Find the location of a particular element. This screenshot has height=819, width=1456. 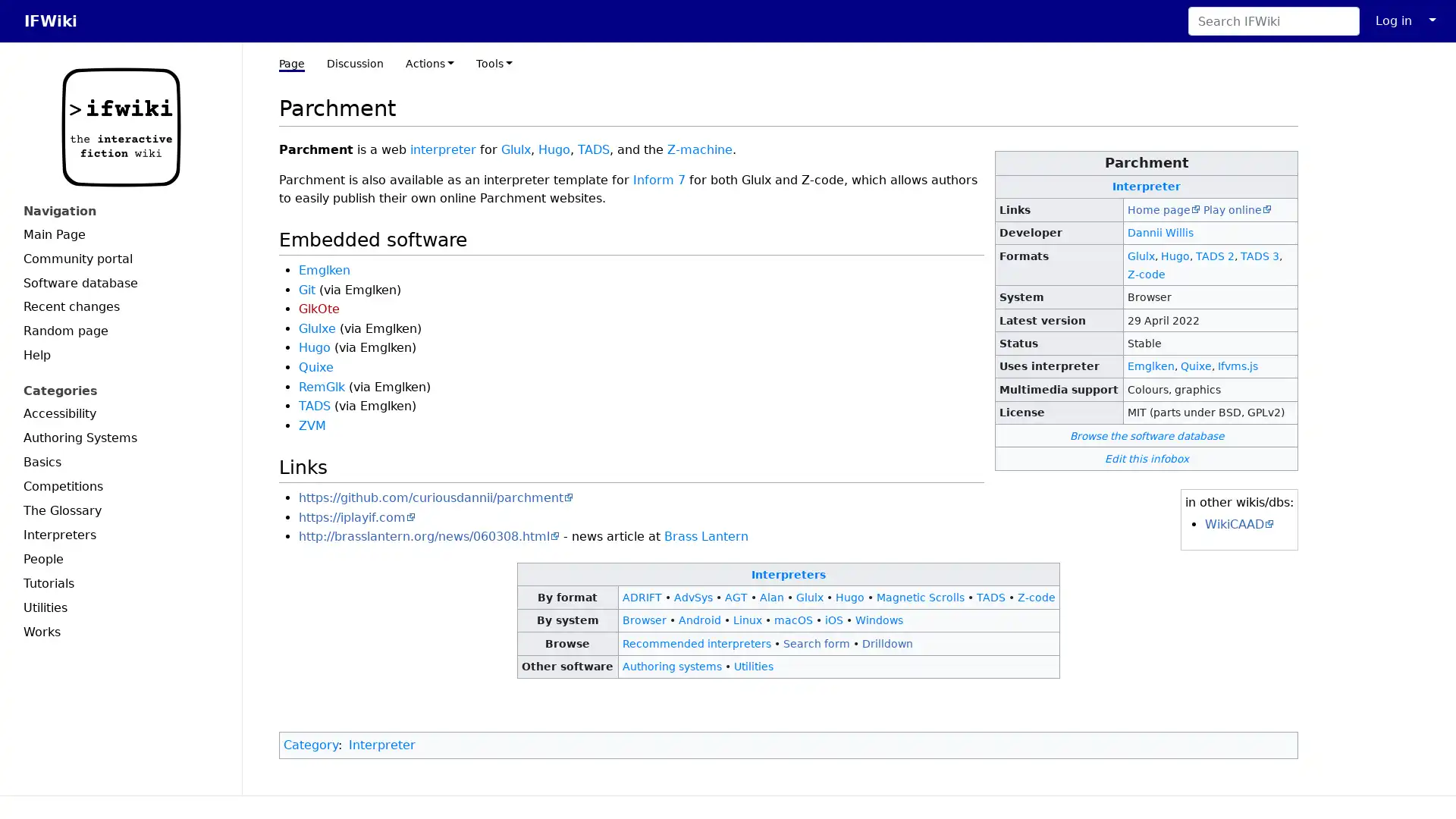

Navigation is located at coordinates (120, 211).